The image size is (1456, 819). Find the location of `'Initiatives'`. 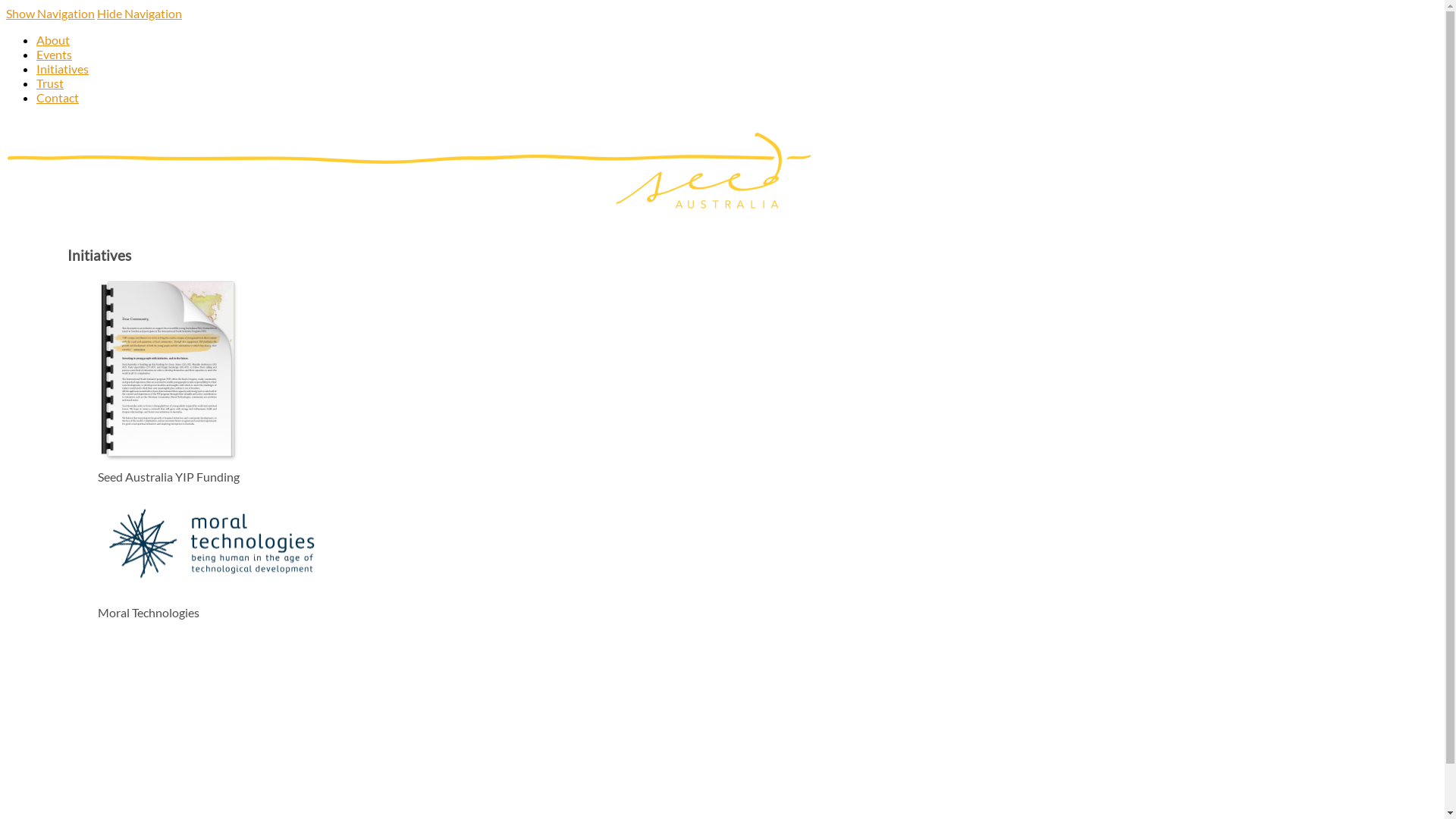

'Initiatives' is located at coordinates (61, 68).